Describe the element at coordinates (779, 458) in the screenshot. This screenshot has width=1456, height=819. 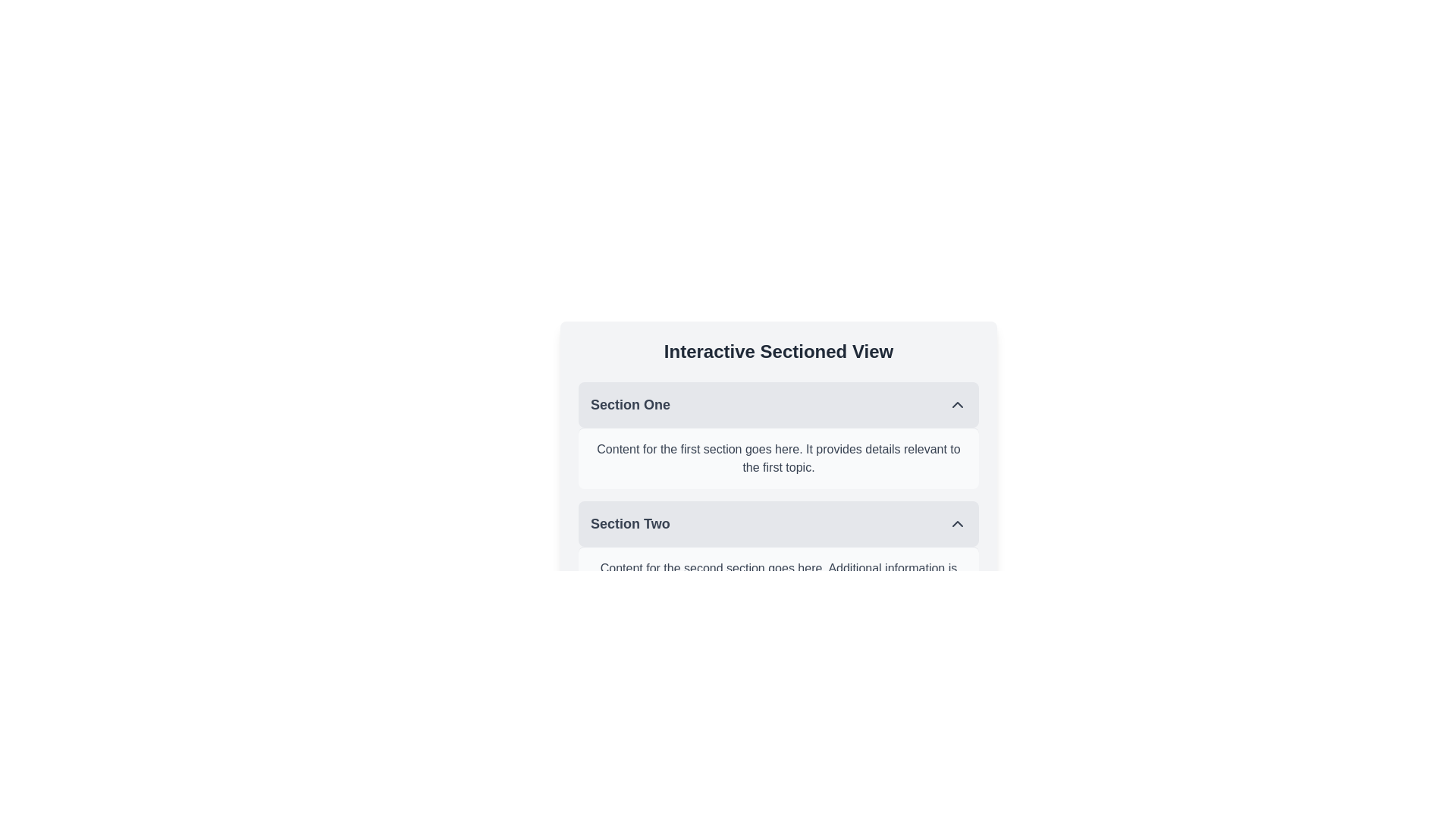
I see `the static text content that provides detailed information related to the first section topic, located directly below the heading 'Section One'` at that location.